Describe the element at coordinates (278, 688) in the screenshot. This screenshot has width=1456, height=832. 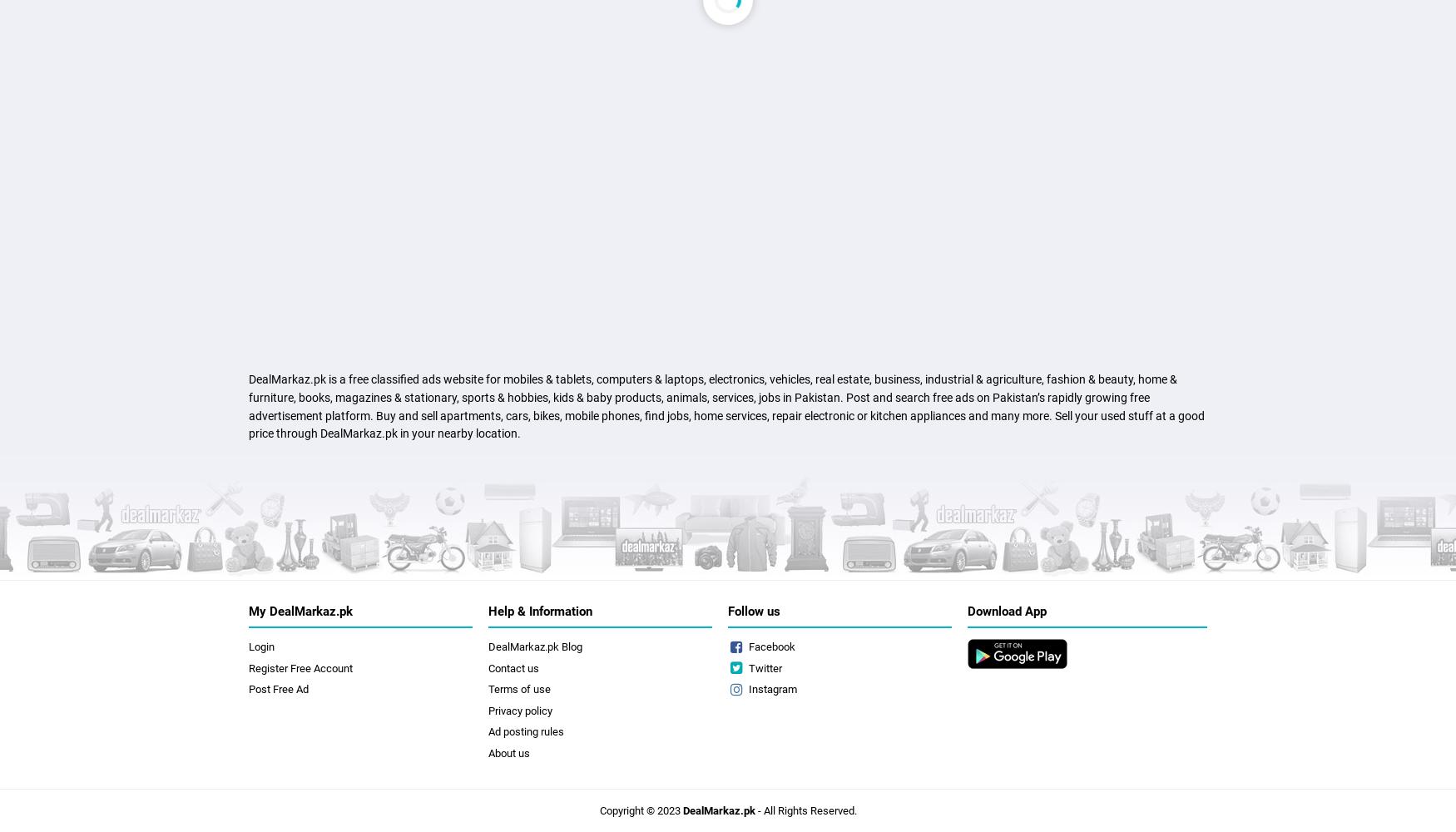
I see `'Post Free Ad'` at that location.